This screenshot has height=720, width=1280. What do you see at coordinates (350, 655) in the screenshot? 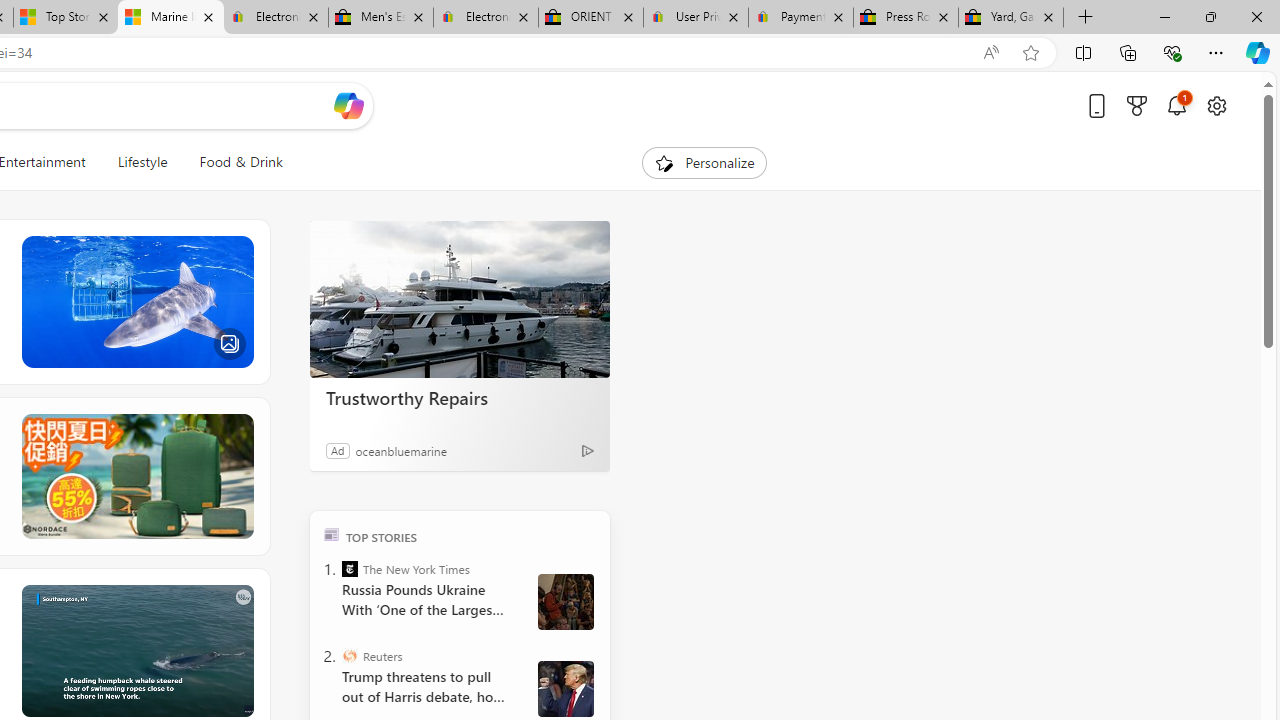
I see `'Reuters'` at bounding box center [350, 655].